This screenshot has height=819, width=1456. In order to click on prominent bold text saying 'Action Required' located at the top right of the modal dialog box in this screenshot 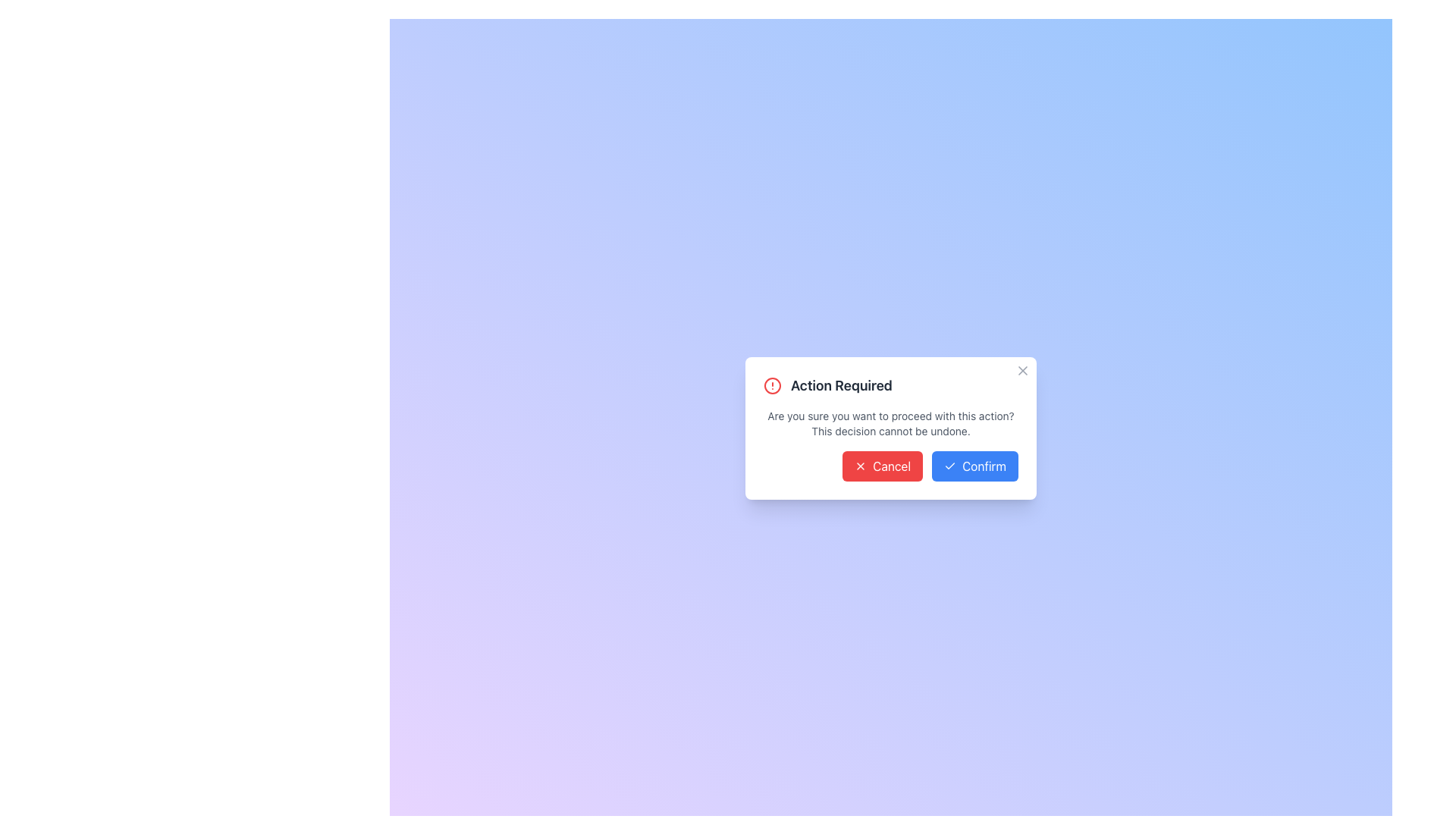, I will do `click(840, 385)`.